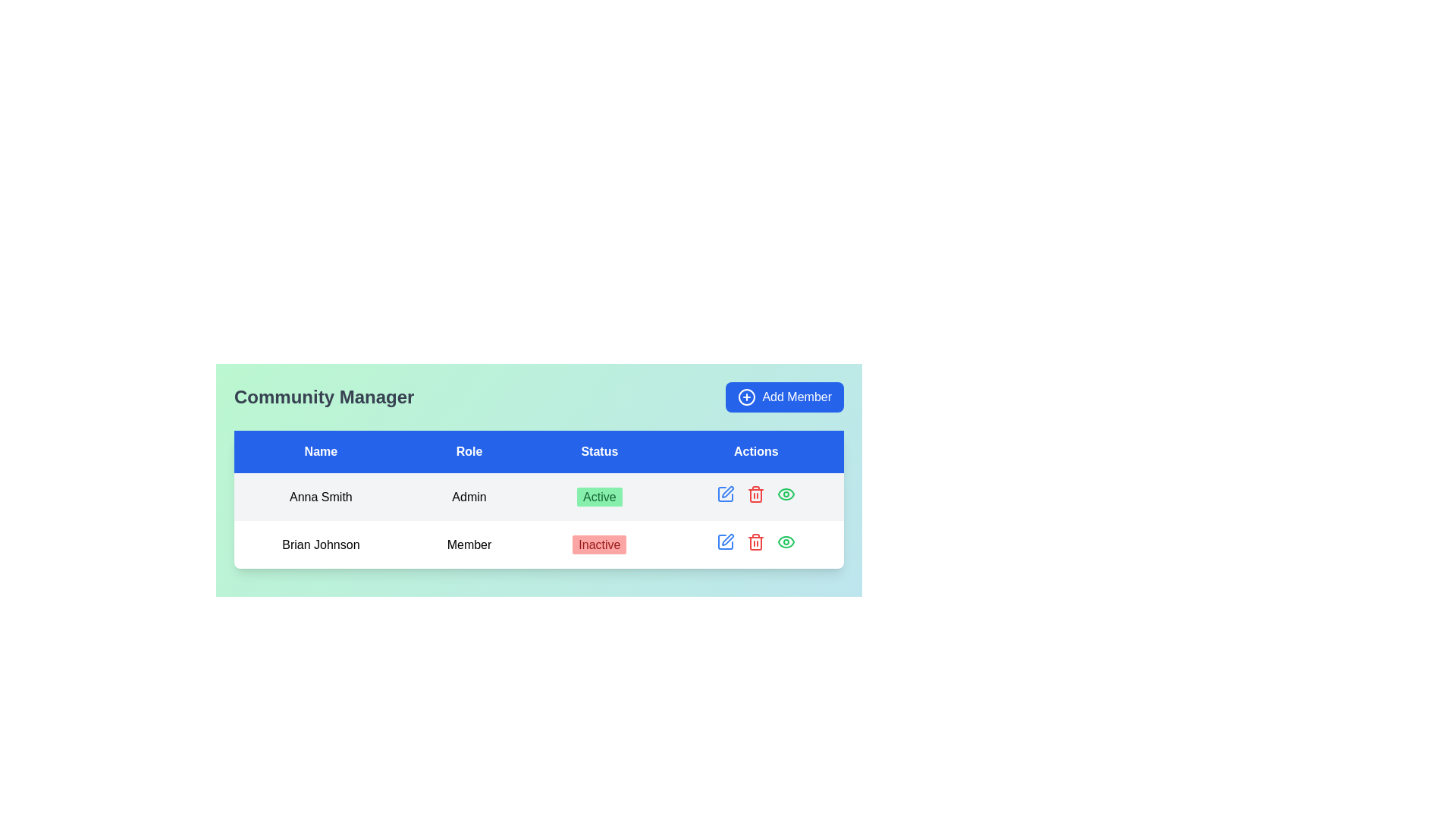 This screenshot has height=819, width=1456. Describe the element at coordinates (756, 497) in the screenshot. I see `the icon button group located in the last column of the first row labeled 'Anna Smith'` at that location.